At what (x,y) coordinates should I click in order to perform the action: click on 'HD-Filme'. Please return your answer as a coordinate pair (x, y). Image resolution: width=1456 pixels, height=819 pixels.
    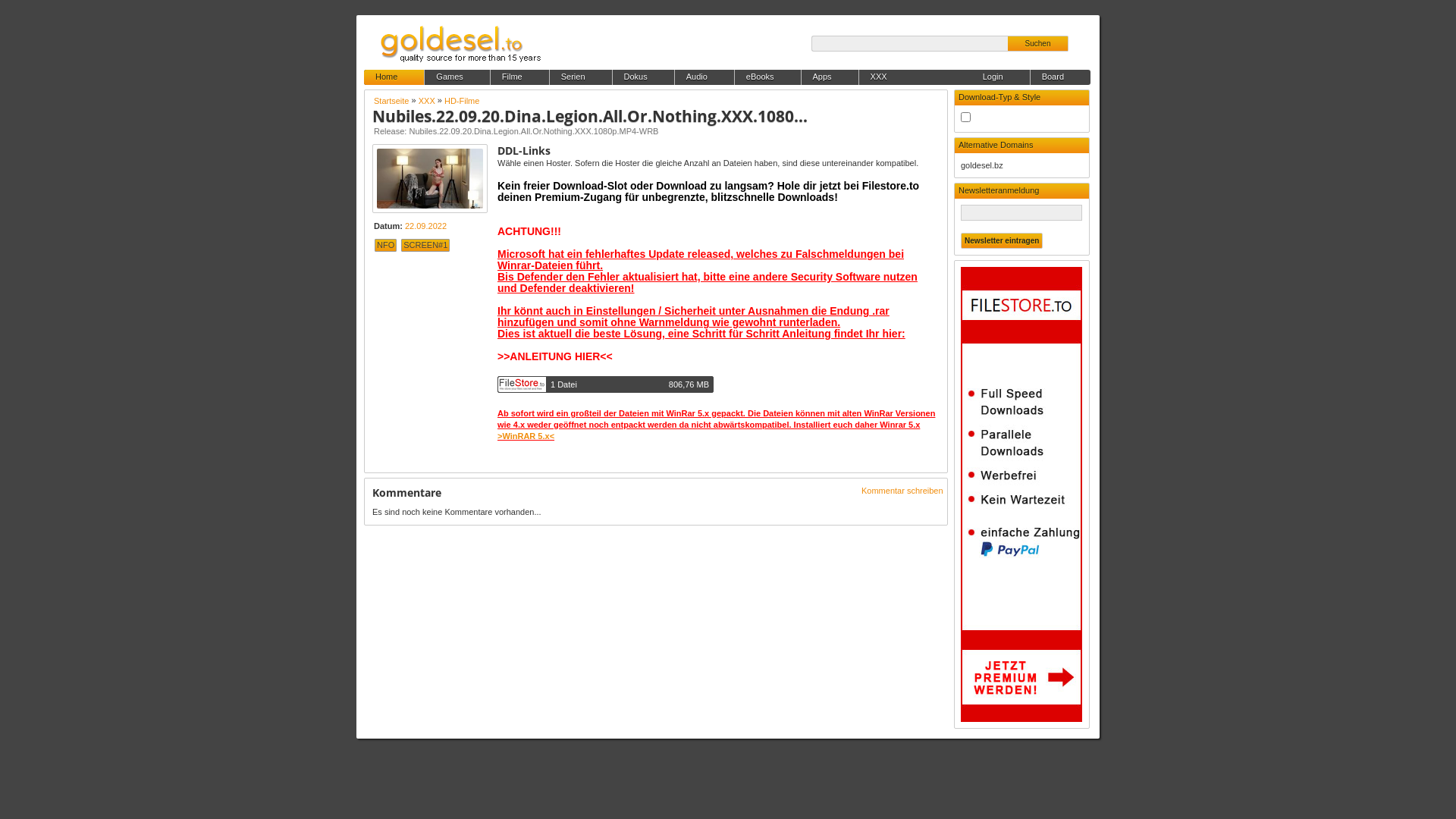
    Looking at the image, I should click on (461, 100).